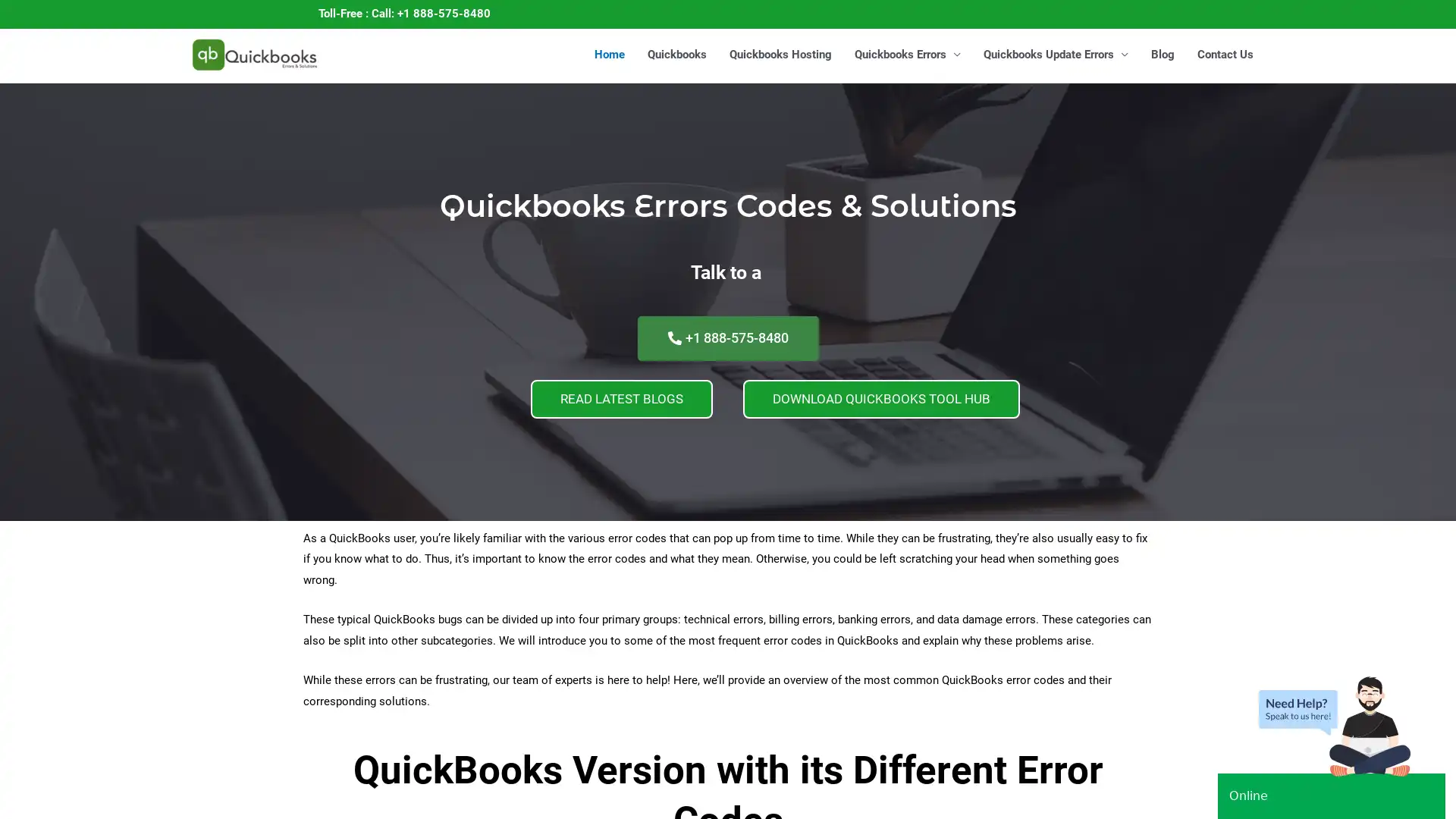 The image size is (1456, 819). I want to click on READ LATEST BLOGS, so click(622, 397).